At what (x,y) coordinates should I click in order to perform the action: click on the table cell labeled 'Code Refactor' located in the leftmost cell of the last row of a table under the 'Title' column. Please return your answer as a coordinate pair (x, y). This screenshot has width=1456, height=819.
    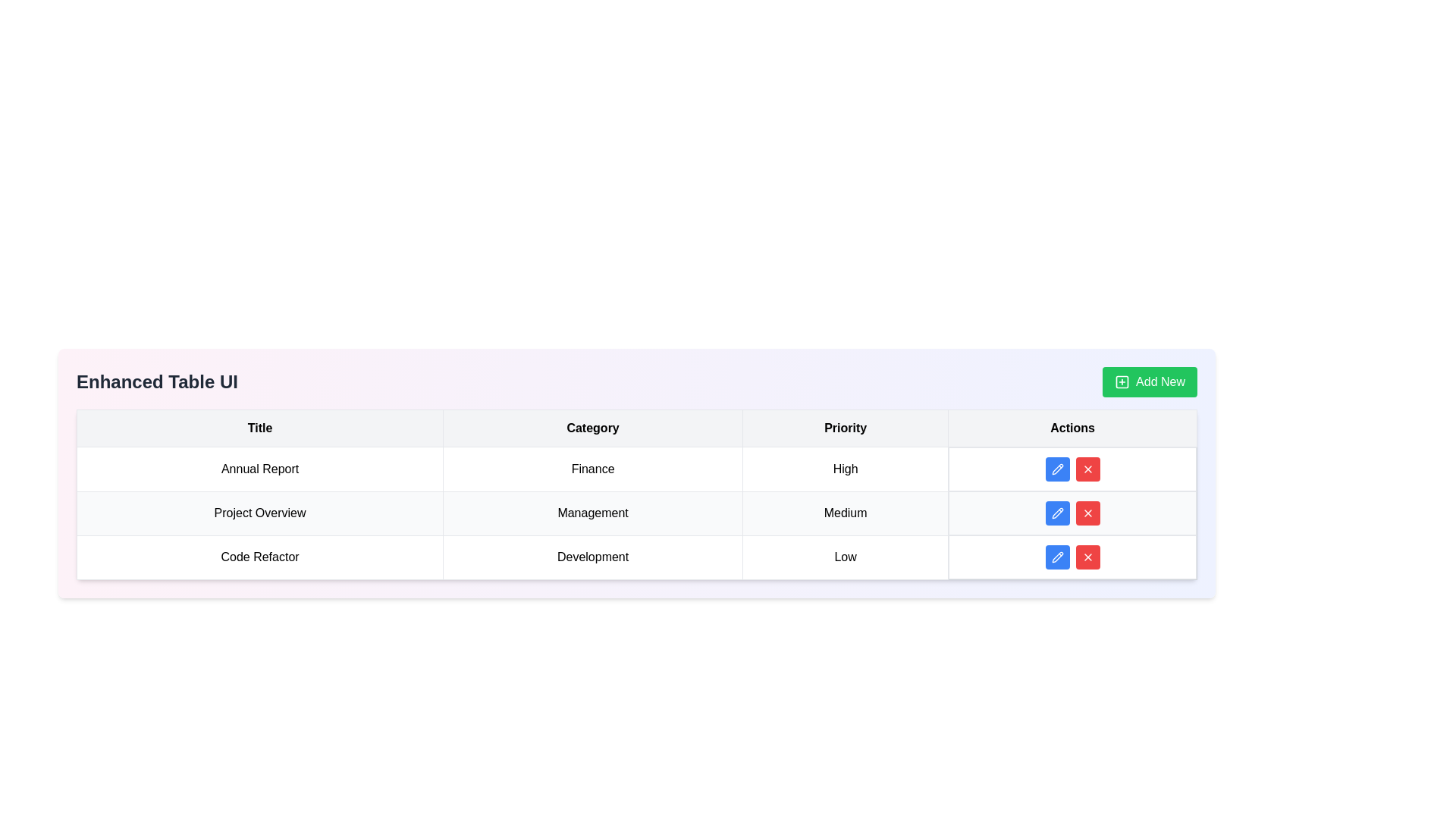
    Looking at the image, I should click on (260, 557).